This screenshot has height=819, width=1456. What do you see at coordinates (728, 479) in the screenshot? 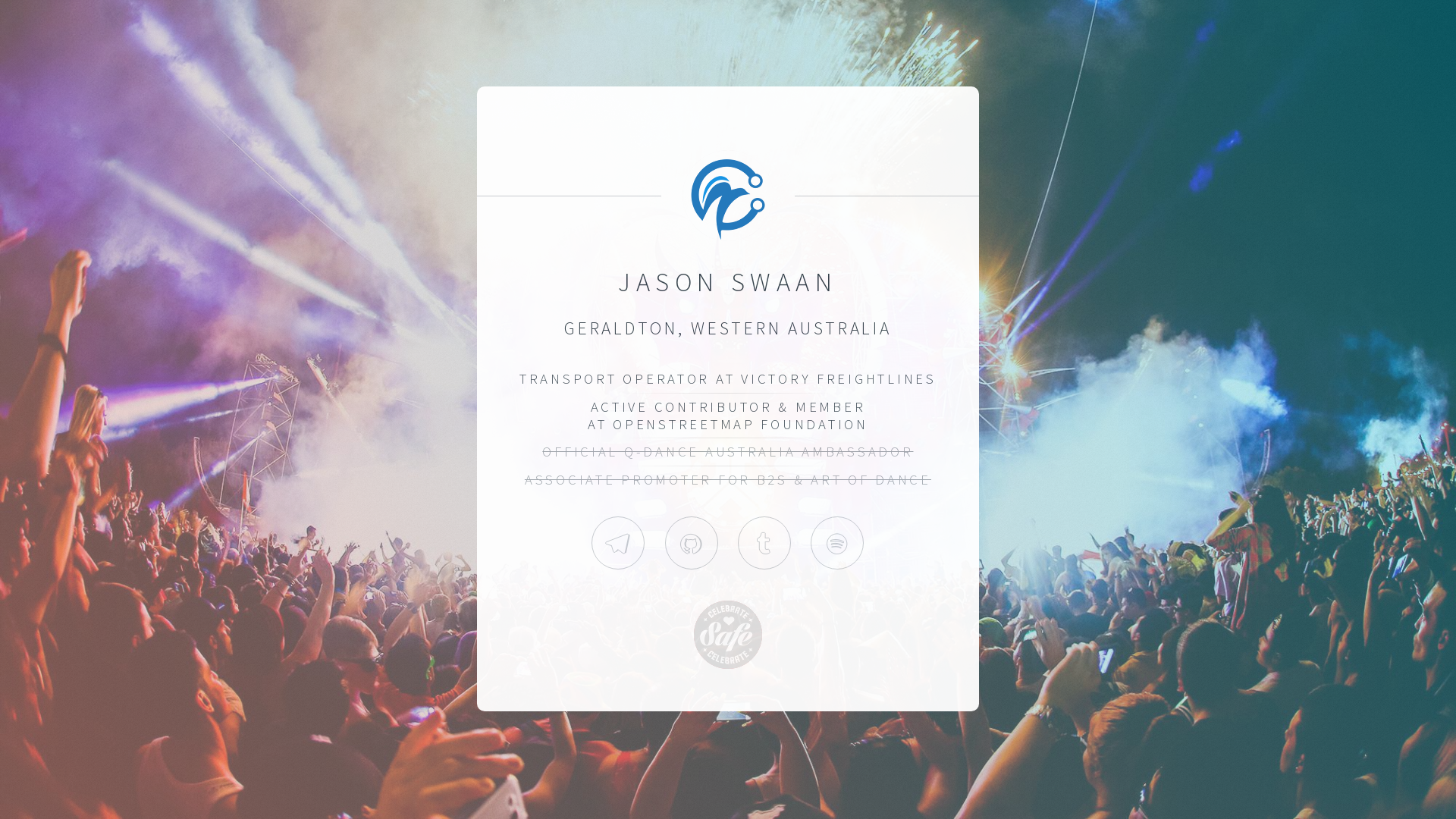
I see `'ASSOCIATE PROMOTER FOR B2S & ART OF DANCE'` at bounding box center [728, 479].